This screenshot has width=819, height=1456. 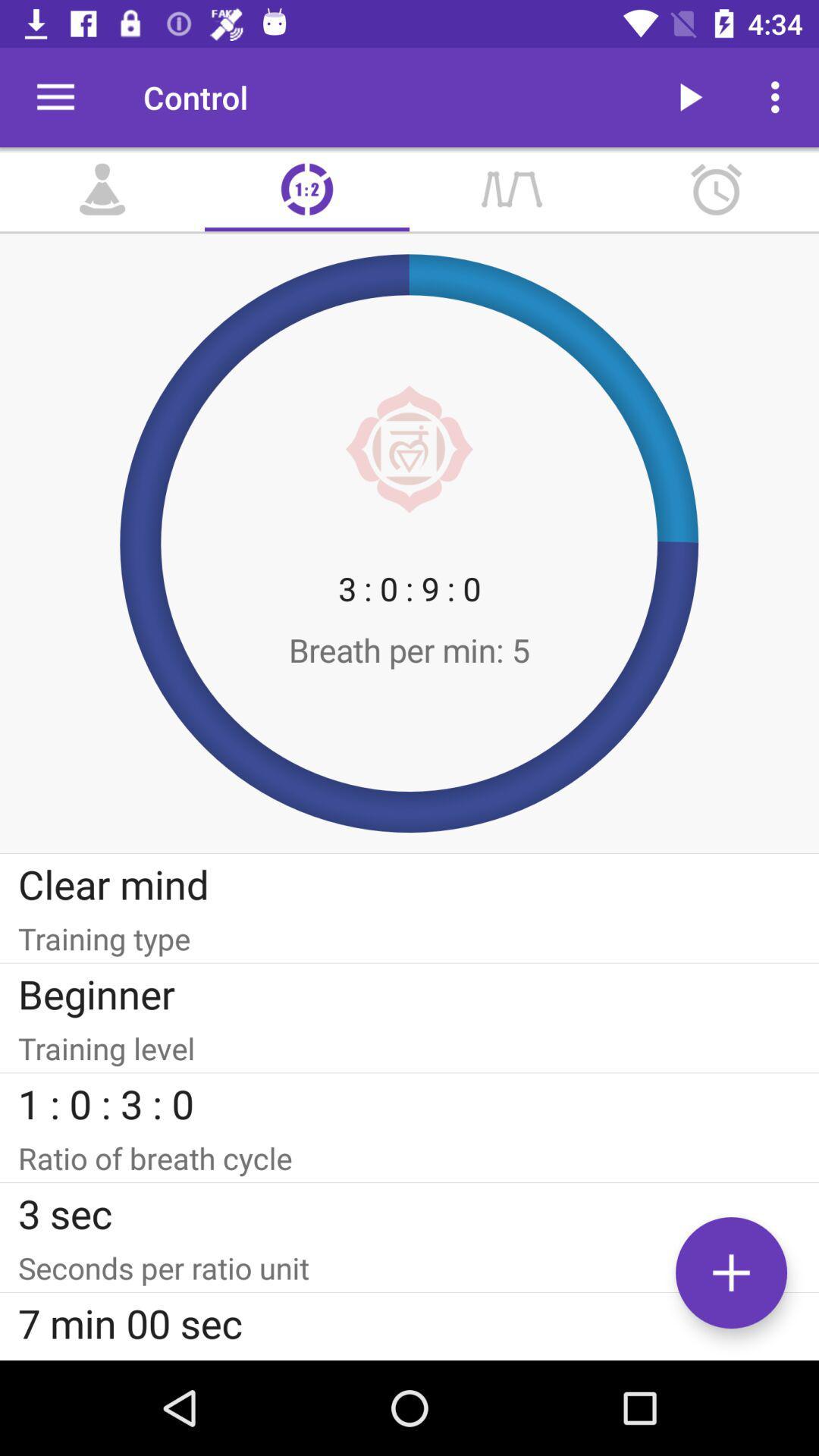 I want to click on the 3 sec icon, so click(x=409, y=1213).